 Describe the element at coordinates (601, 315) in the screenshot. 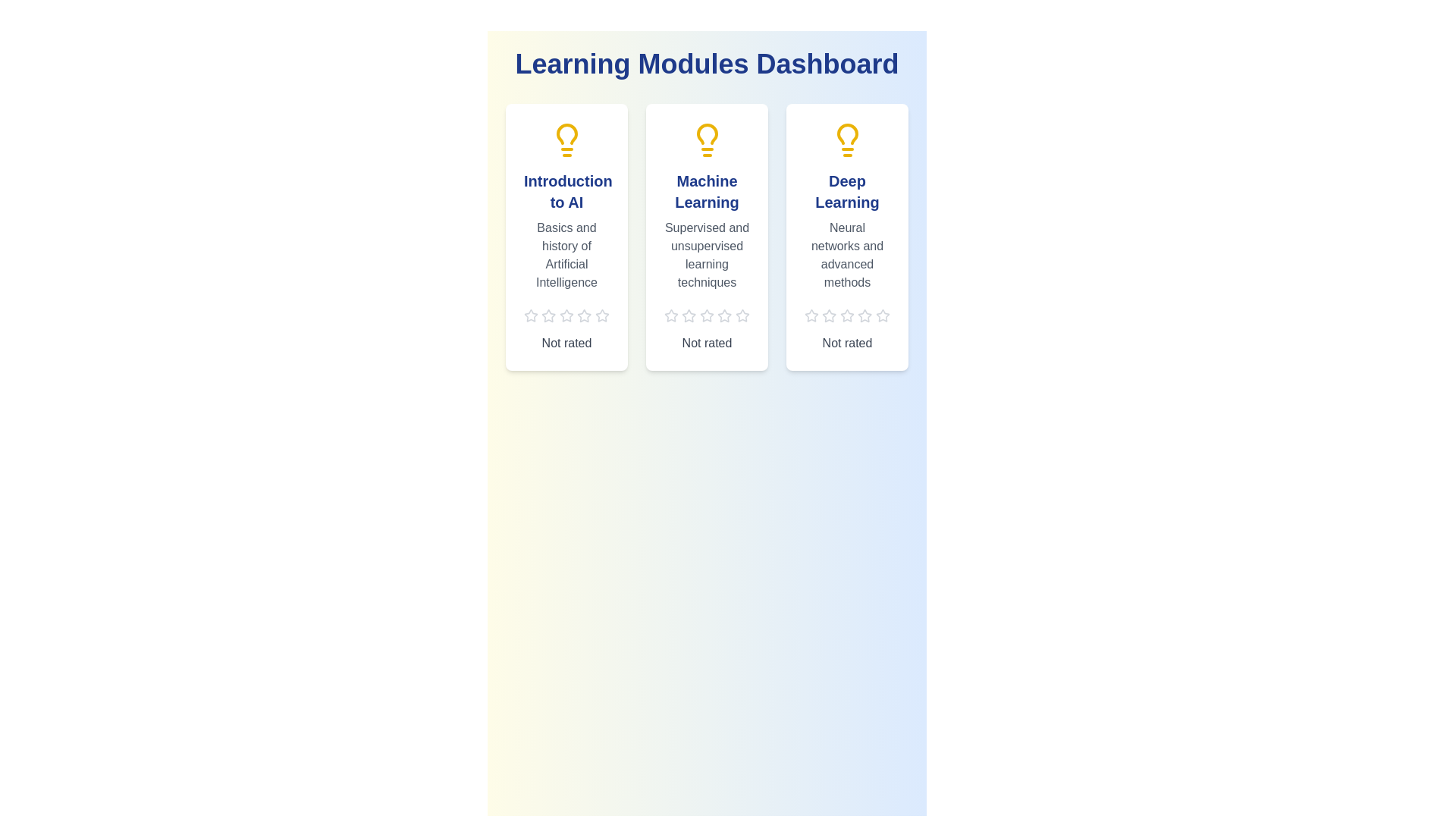

I see `the star corresponding to 5 stars to preview the rating` at that location.